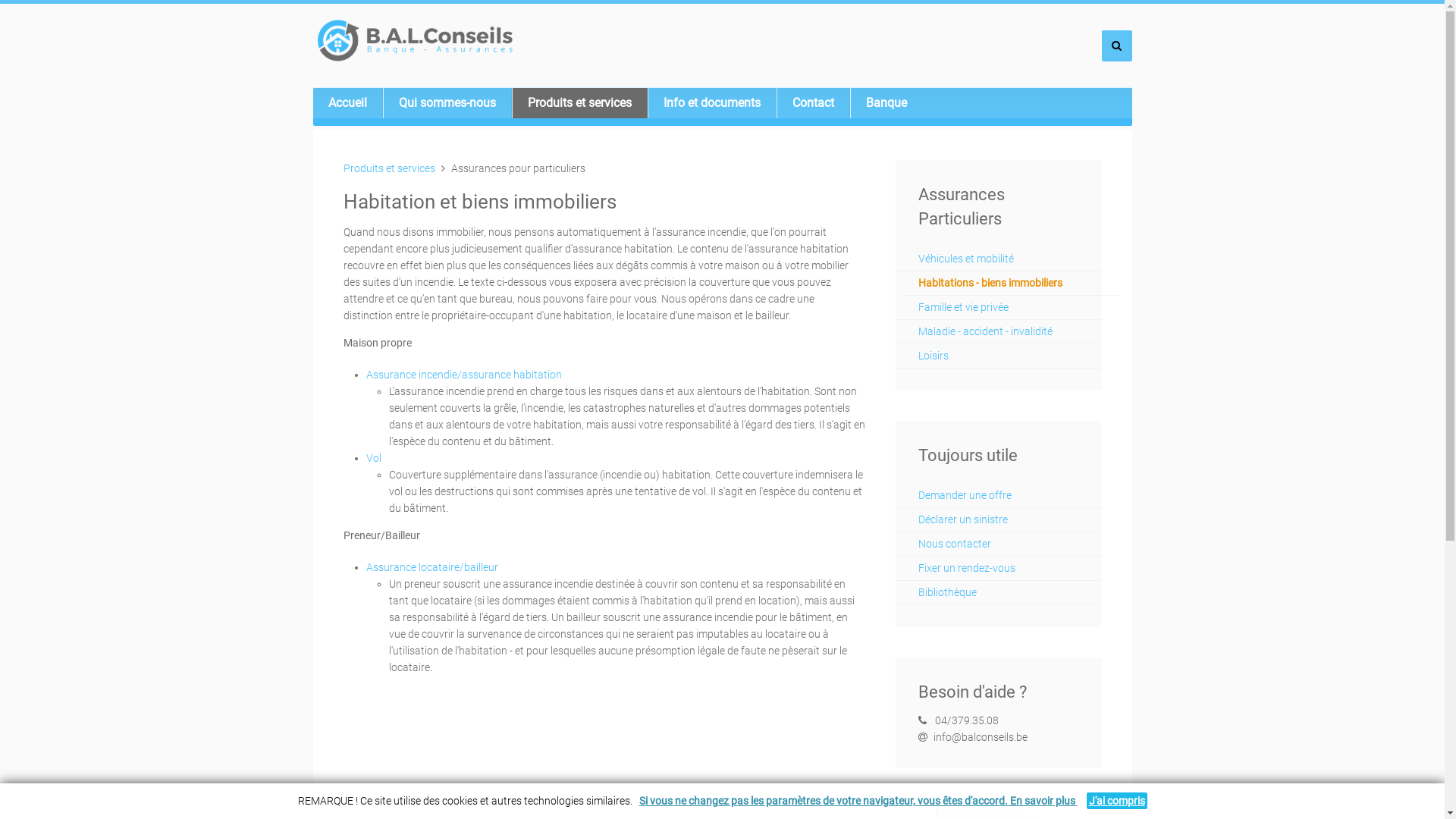 The image size is (1456, 819). Describe the element at coordinates (848, 102) in the screenshot. I see `'Banque'` at that location.